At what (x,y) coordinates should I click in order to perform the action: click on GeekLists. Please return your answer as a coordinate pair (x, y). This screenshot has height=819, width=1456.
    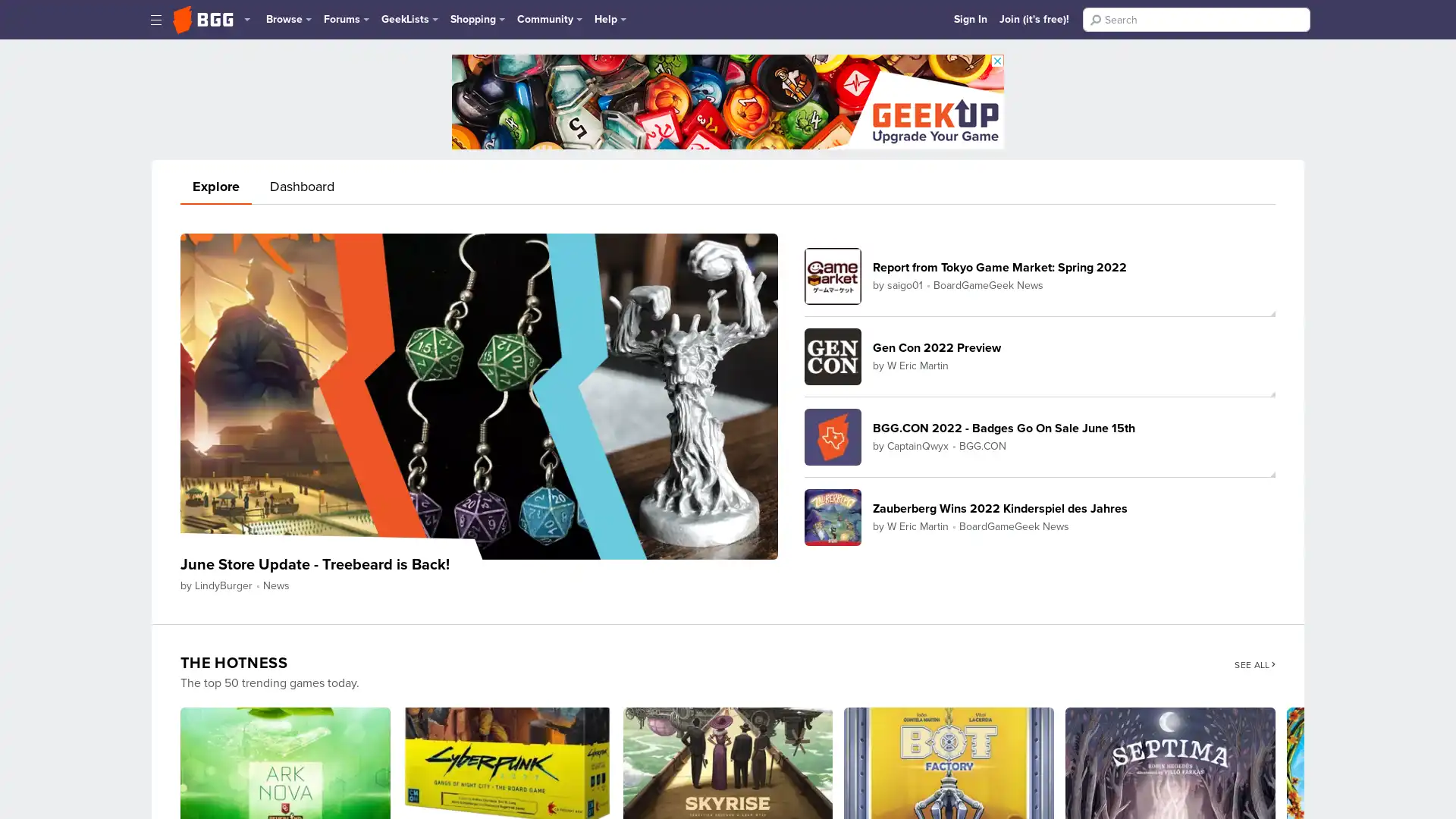
    Looking at the image, I should click on (409, 20).